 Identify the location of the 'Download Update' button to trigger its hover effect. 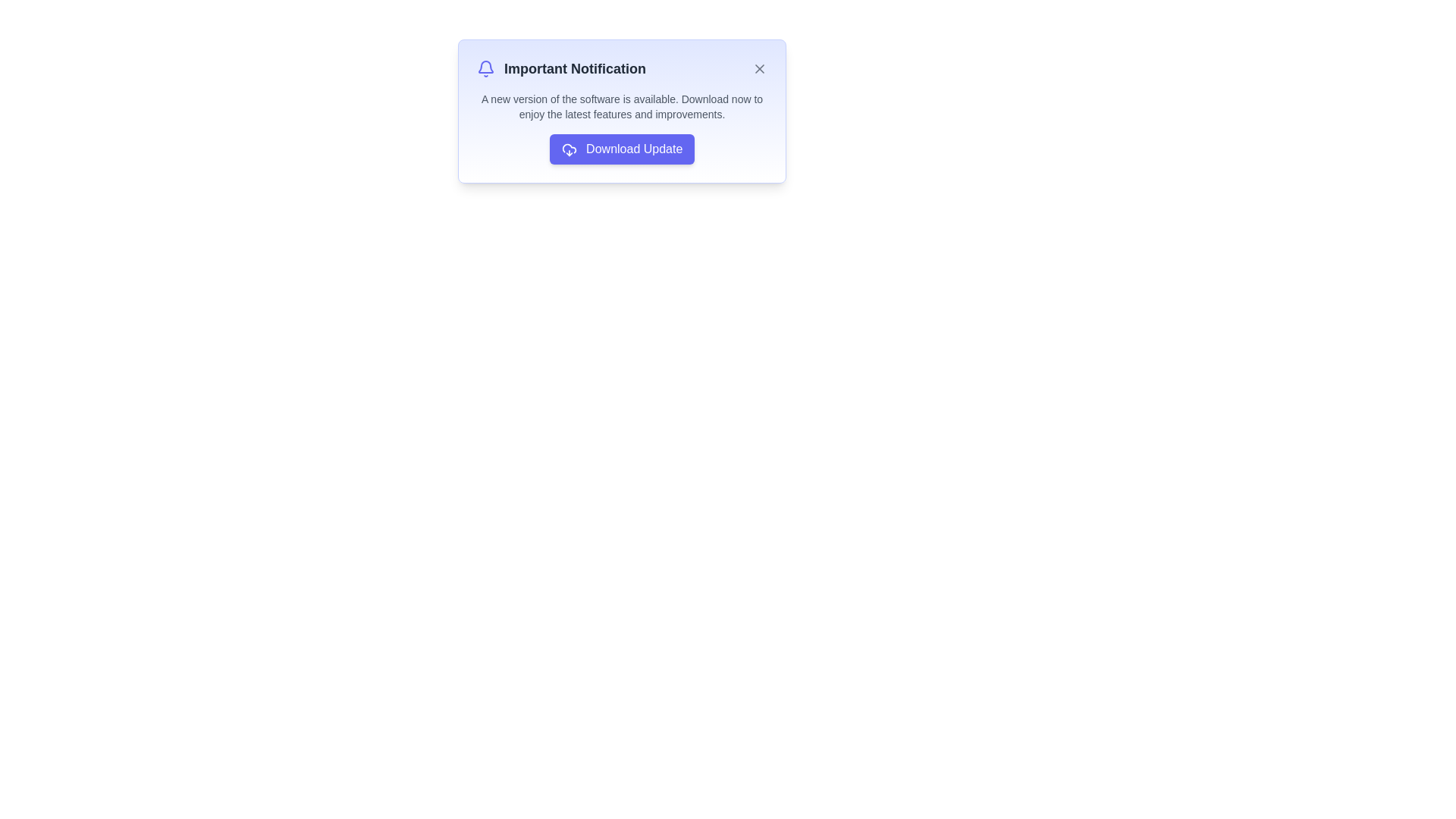
(622, 149).